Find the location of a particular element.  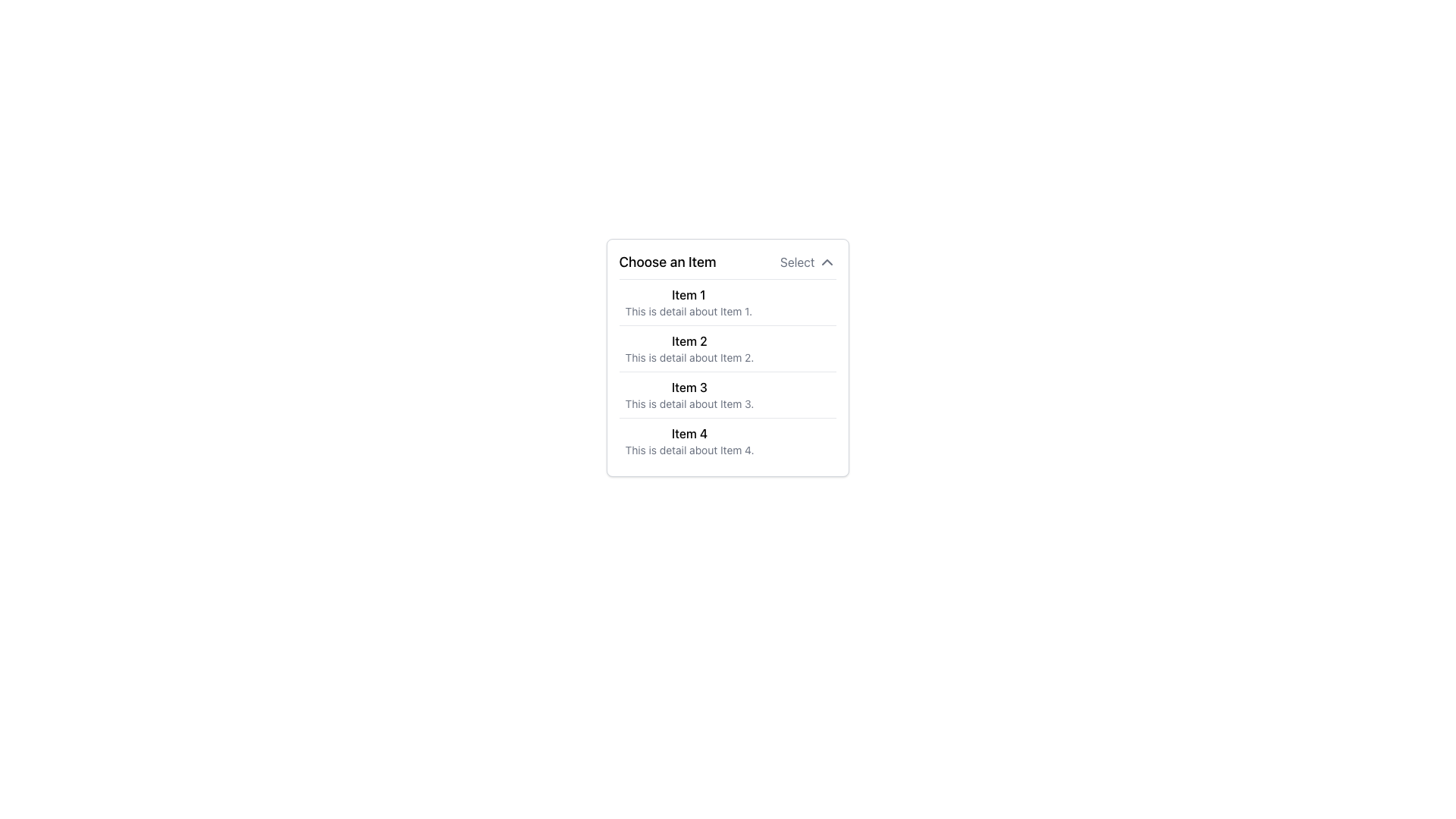

the List Option labeled 'Item 4' which displays supporting text 'This is detail about Item 4.' is located at coordinates (689, 441).